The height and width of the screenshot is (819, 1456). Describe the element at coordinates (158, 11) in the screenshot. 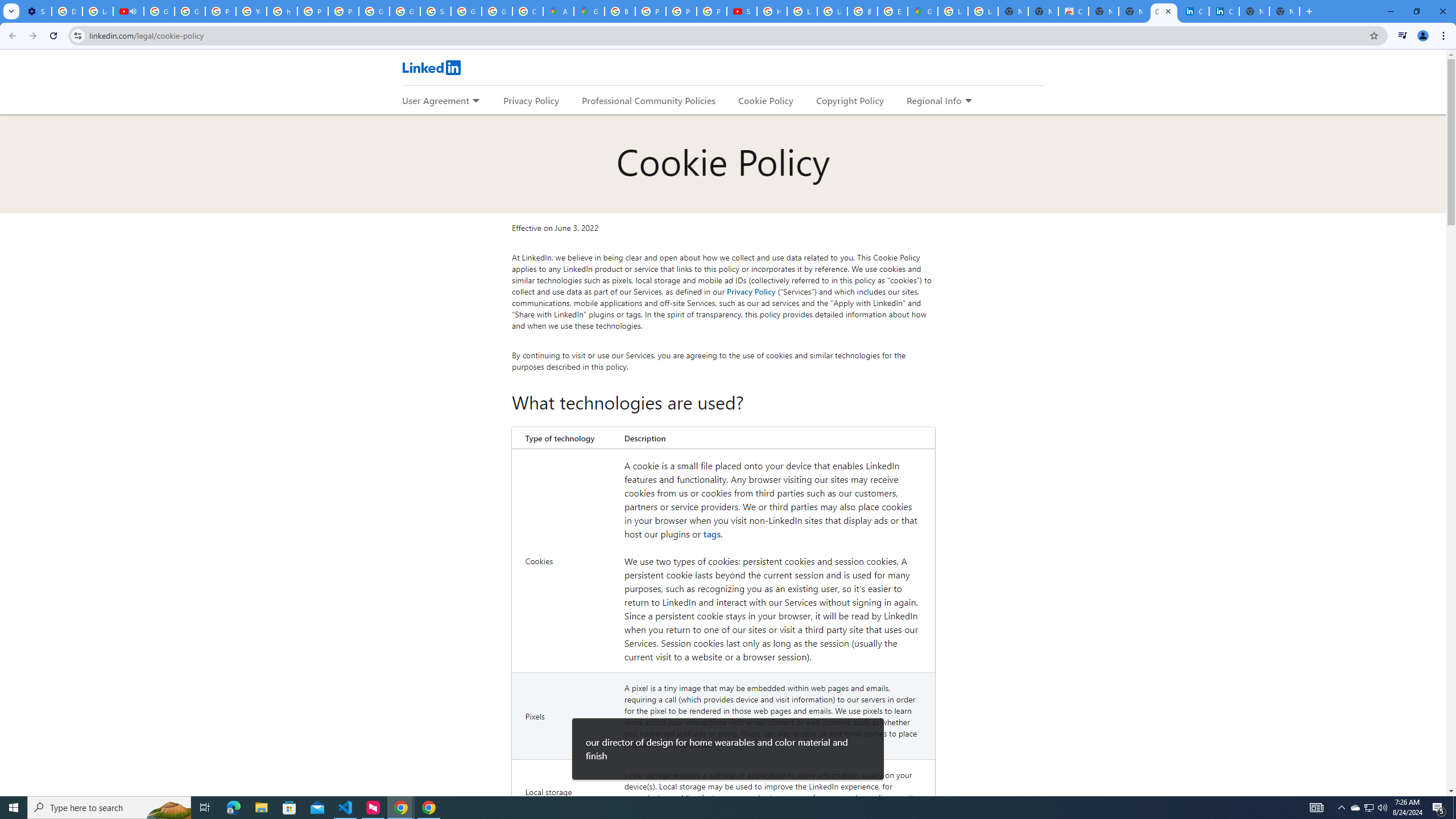

I see `'Google Account Help'` at that location.